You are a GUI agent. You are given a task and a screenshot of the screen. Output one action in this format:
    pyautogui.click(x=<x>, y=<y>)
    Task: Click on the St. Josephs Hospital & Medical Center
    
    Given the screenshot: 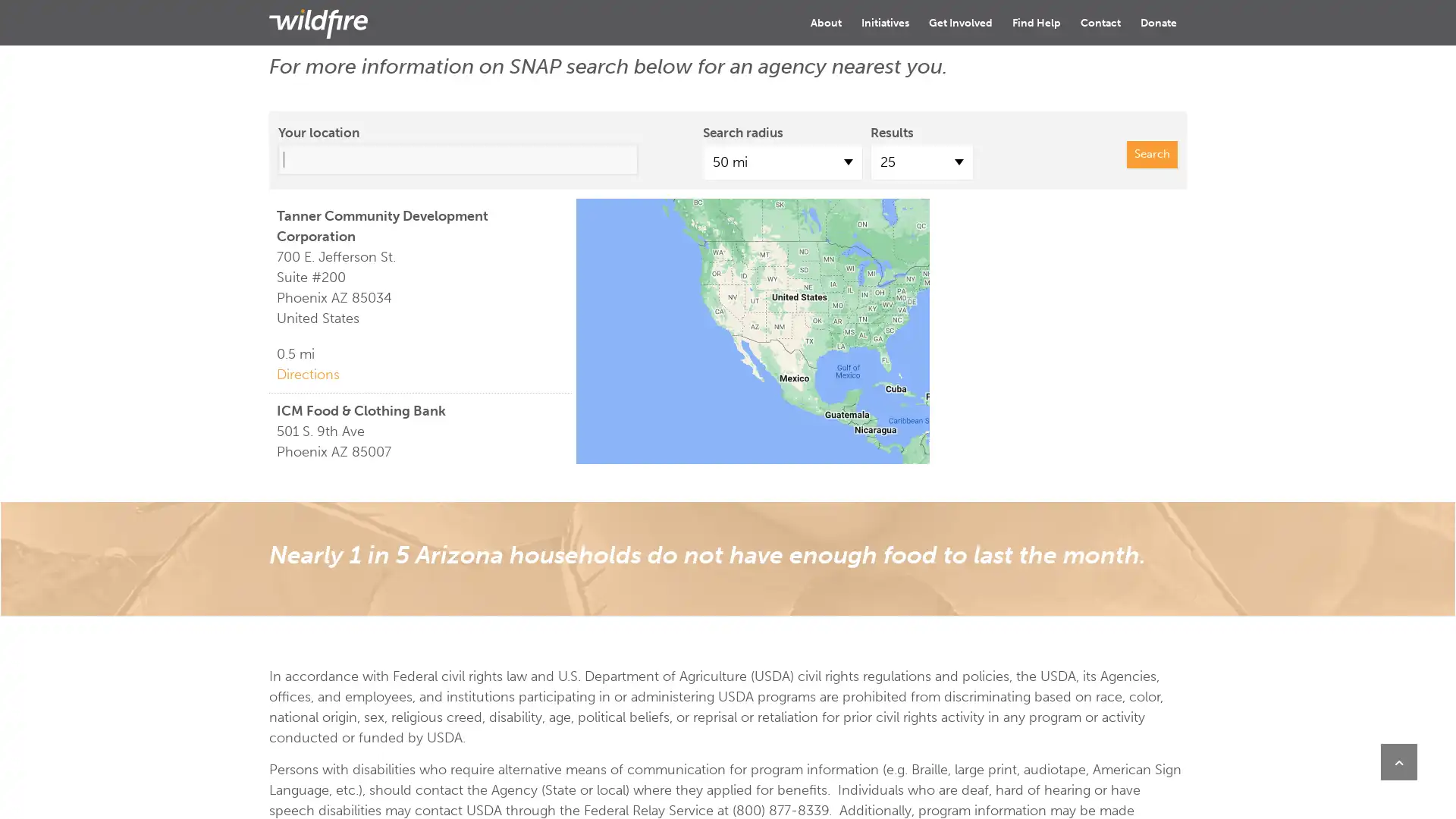 What is the action you would take?
    pyautogui.click(x=871, y=300)
    